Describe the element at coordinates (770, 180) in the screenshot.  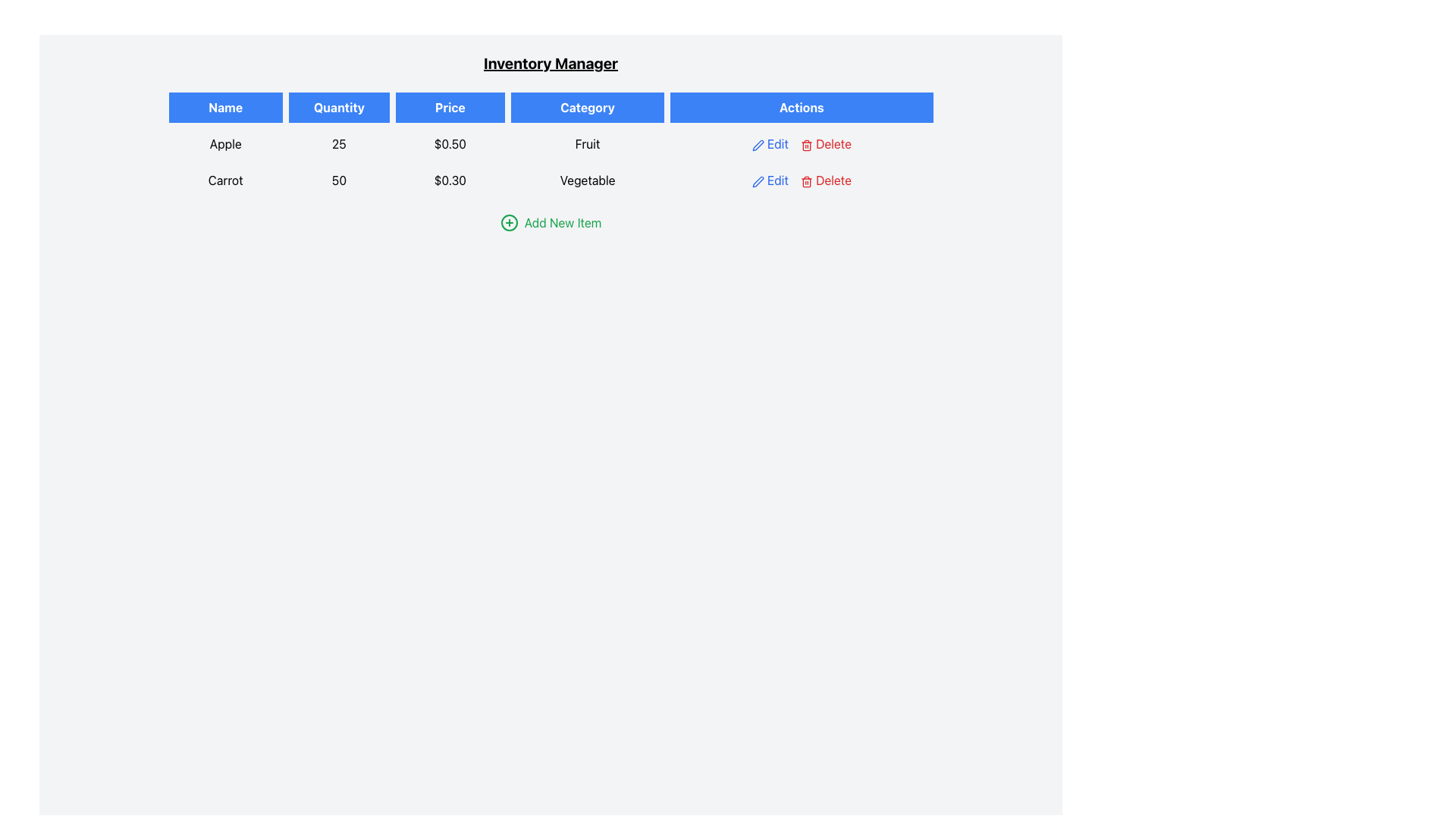
I see `the editable link icon in the 'Actions' column for the 'Vegetable' item` at that location.